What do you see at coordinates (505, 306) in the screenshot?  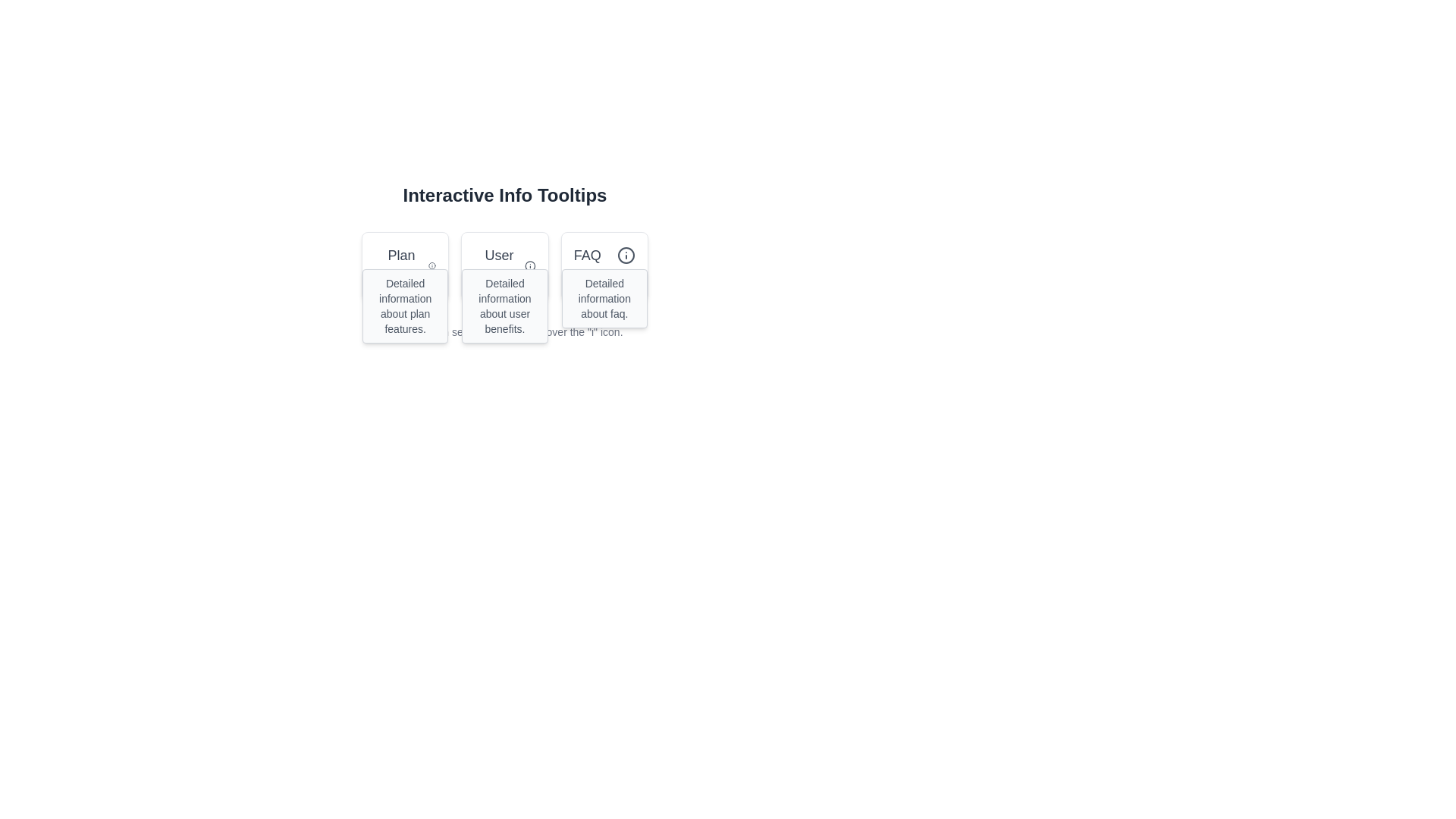 I see `the text element providing detailed explanations about the benefits associated with a user, located in the central tooltip box under the 'User' label` at bounding box center [505, 306].